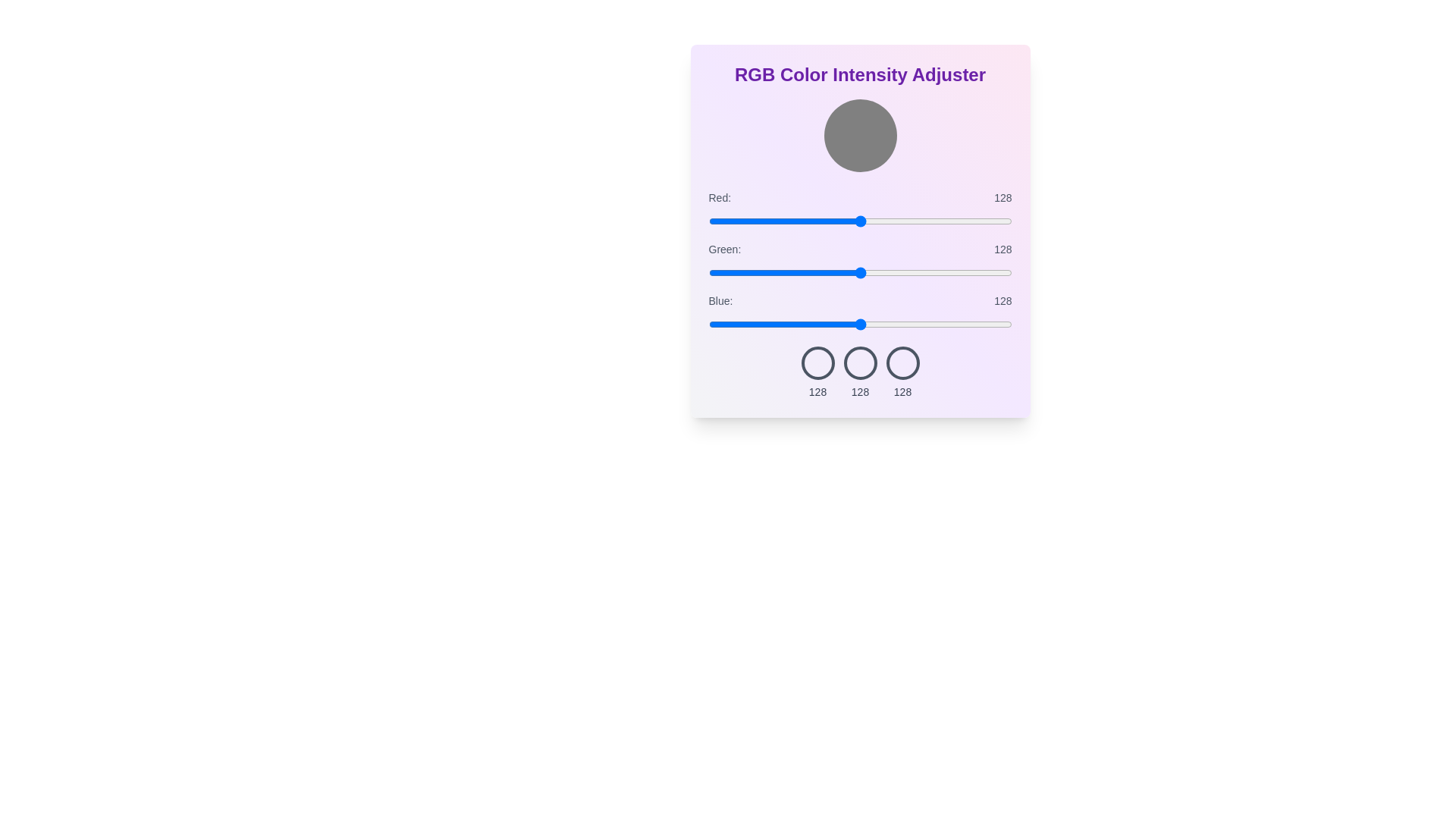  I want to click on the blue slider to 81, so click(804, 324).